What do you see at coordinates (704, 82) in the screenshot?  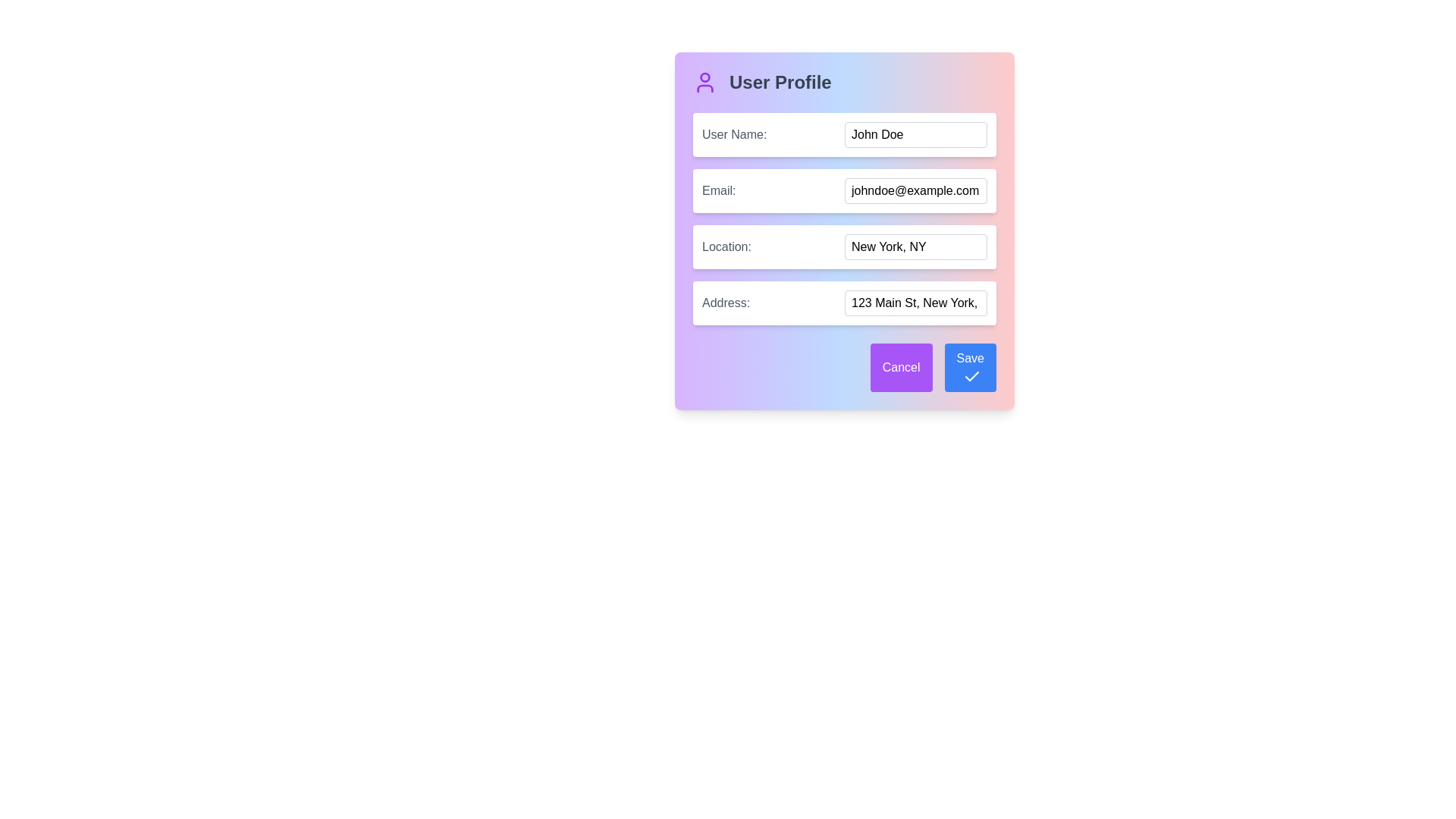 I see `the user profile icon, which is a visual representation of the user profile and is positioned to the left of the text 'User Profile'` at bounding box center [704, 82].